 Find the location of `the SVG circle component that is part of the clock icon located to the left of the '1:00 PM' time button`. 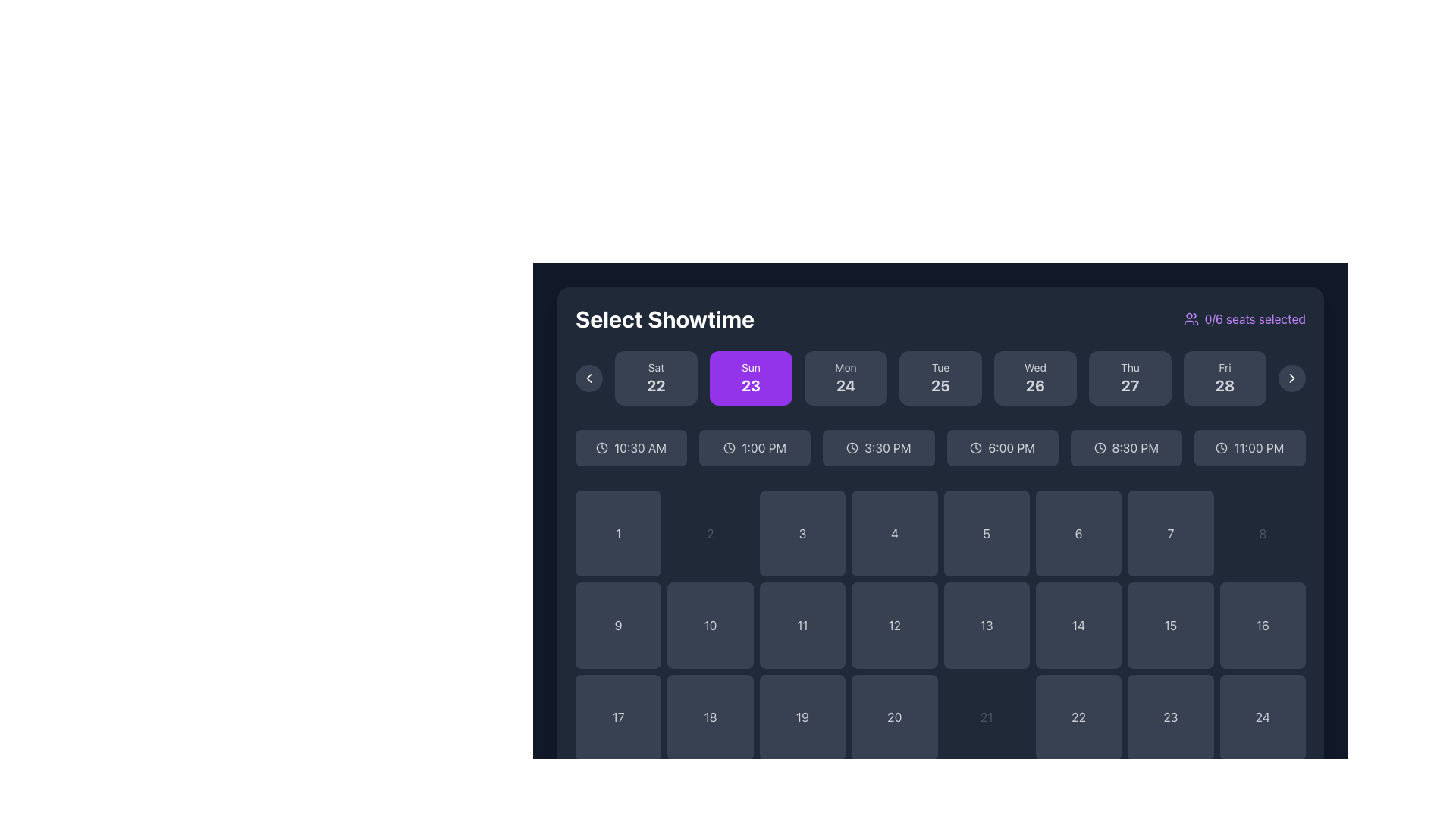

the SVG circle component that is part of the clock icon located to the left of the '1:00 PM' time button is located at coordinates (730, 447).